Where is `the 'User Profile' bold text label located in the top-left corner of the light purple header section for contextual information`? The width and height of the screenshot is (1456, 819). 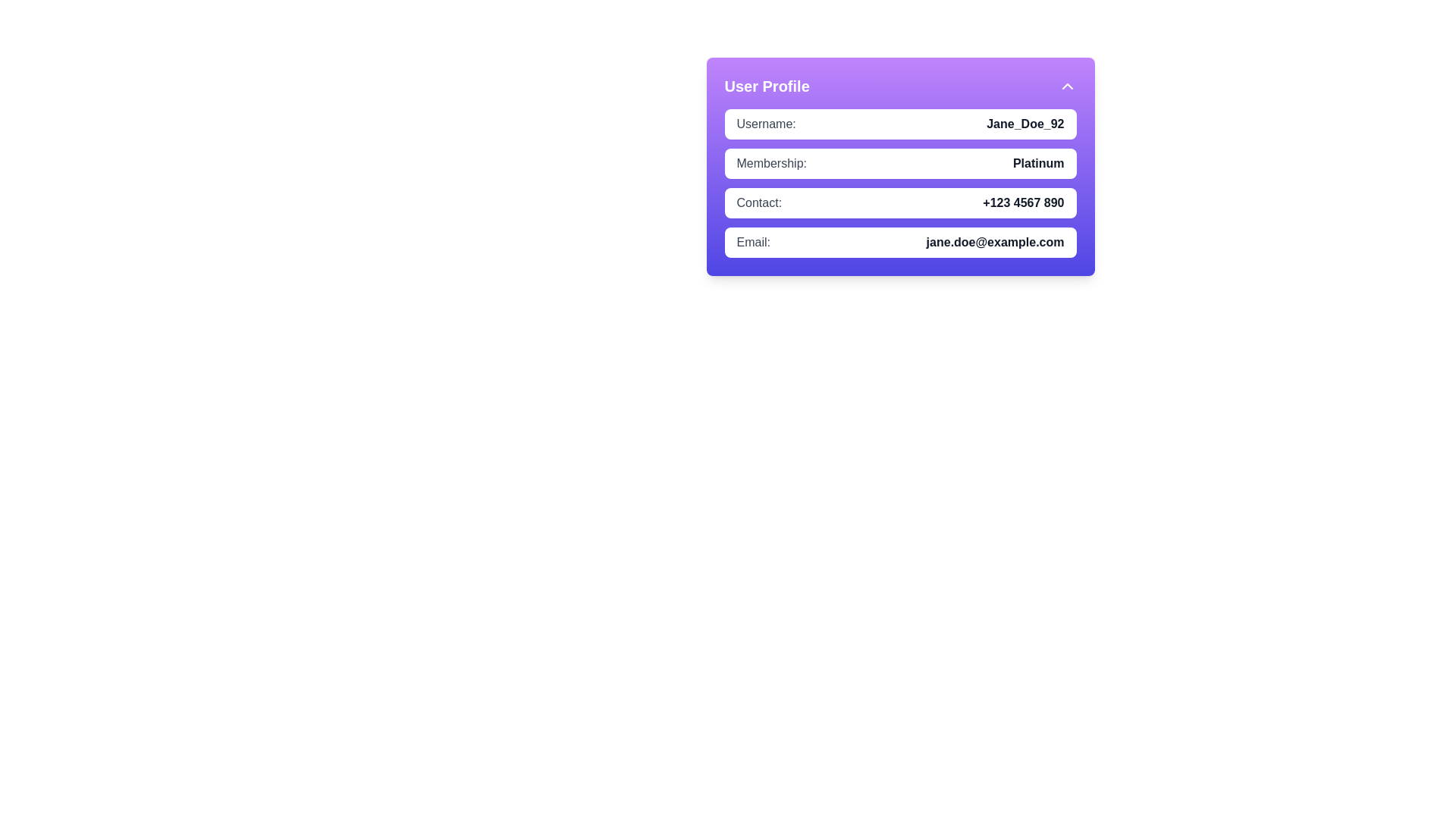 the 'User Profile' bold text label located in the top-left corner of the light purple header section for contextual information is located at coordinates (767, 86).